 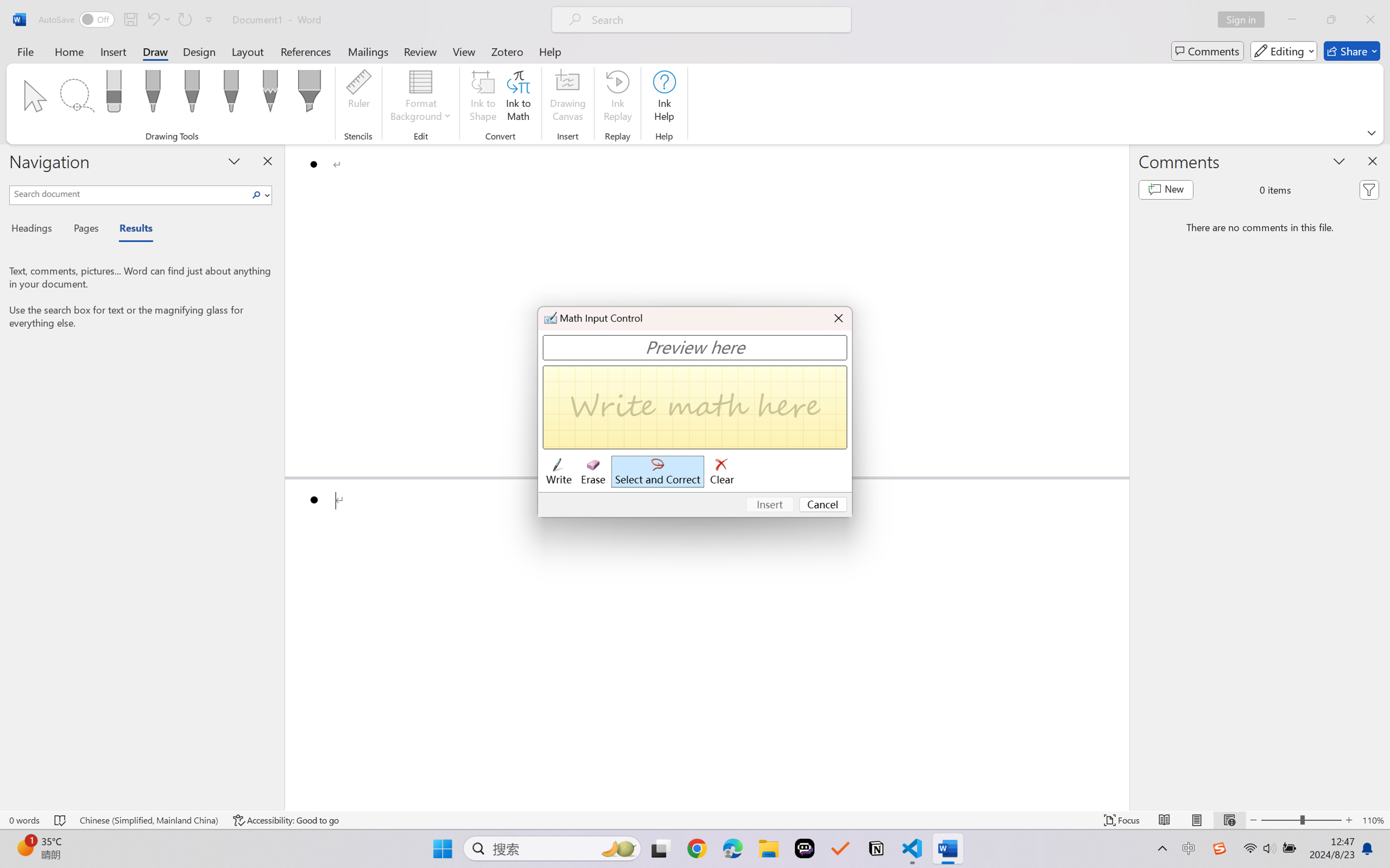 What do you see at coordinates (823, 505) in the screenshot?
I see `'Cancel'` at bounding box center [823, 505].